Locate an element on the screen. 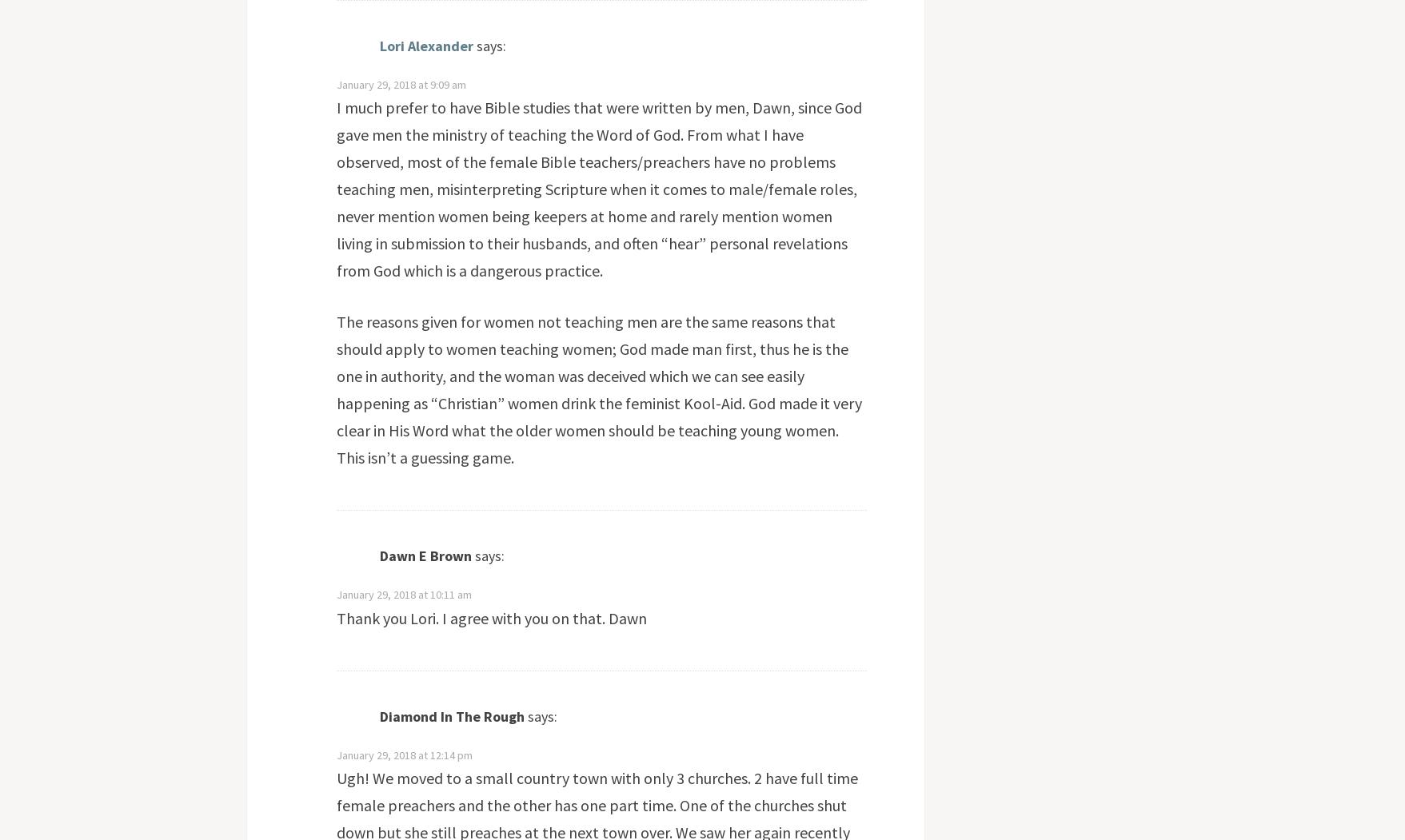 The width and height of the screenshot is (1405, 840). 'January 29, 2018 at 12:14 pm' is located at coordinates (403, 754).